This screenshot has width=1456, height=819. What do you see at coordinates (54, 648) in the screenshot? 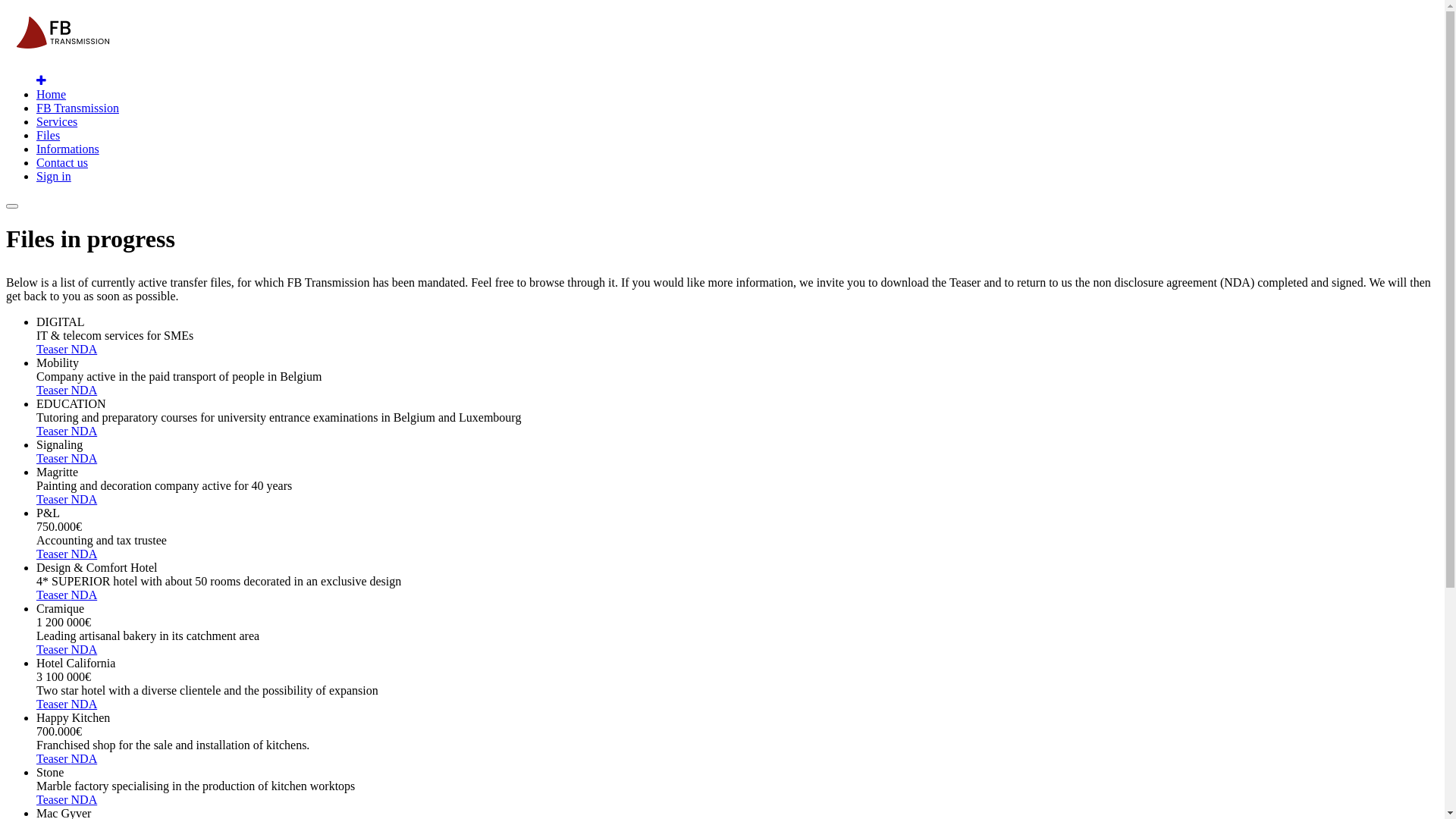
I see `'Teaser'` at bounding box center [54, 648].